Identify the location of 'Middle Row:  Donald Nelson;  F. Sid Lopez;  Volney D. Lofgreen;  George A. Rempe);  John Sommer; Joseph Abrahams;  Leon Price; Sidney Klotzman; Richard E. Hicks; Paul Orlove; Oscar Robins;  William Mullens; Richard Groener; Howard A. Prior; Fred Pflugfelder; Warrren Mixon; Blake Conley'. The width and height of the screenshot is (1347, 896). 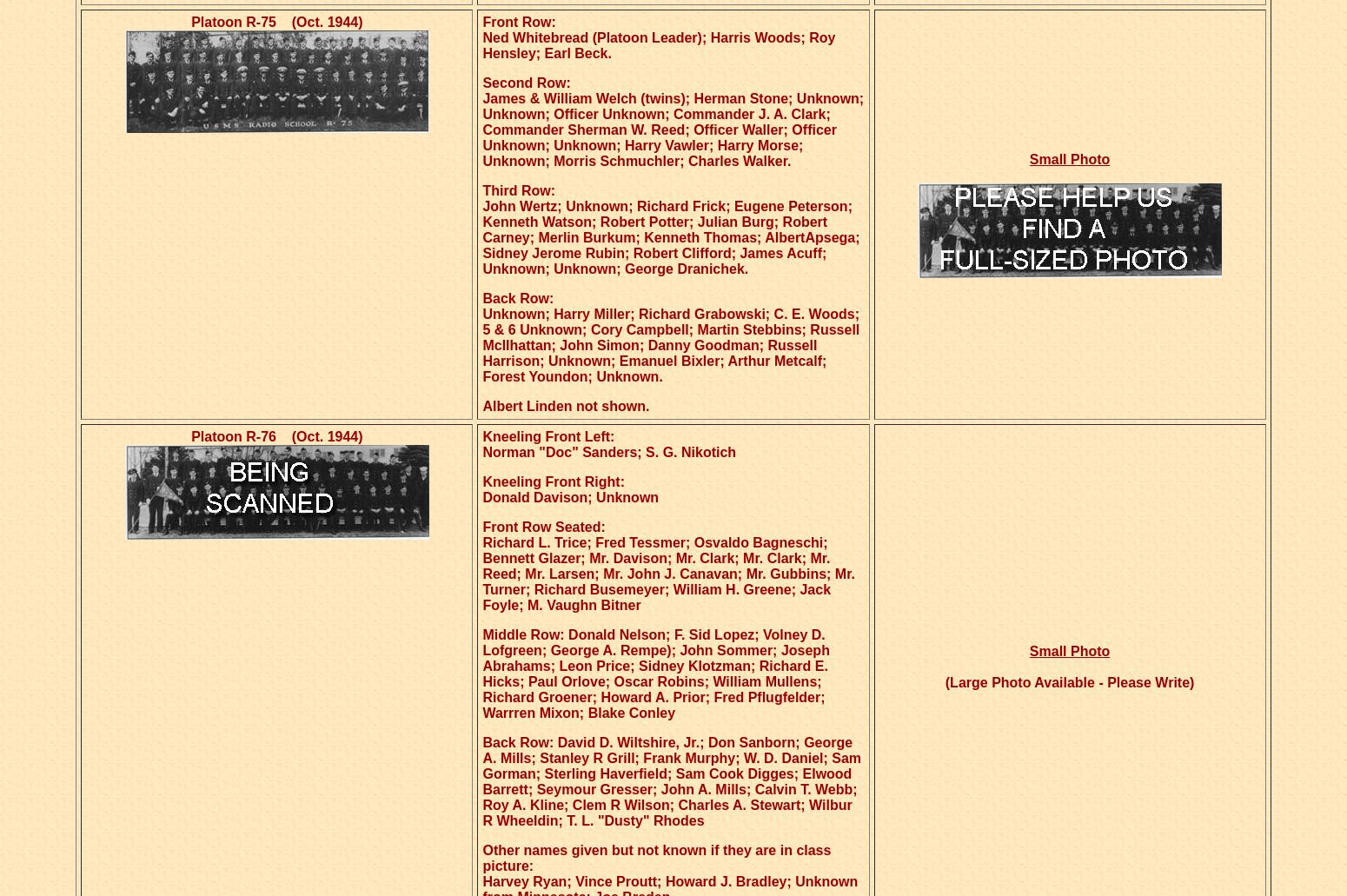
(655, 673).